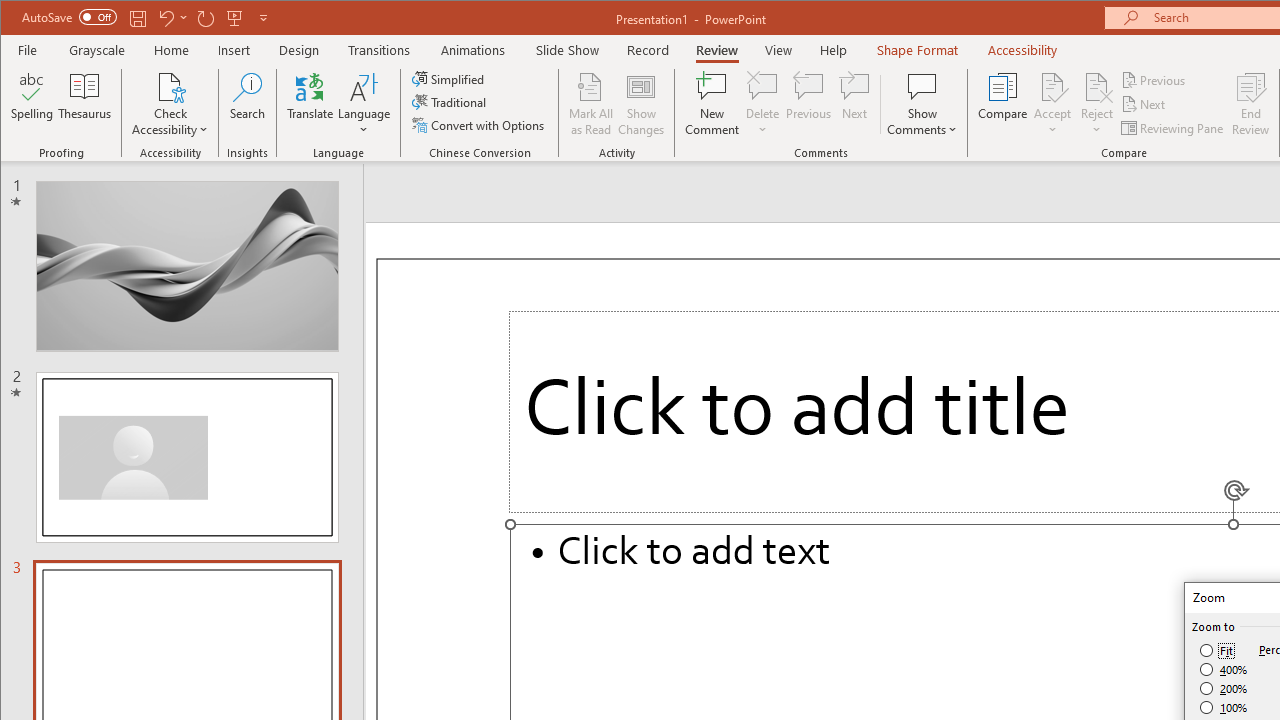 The image size is (1280, 720). Describe the element at coordinates (84, 104) in the screenshot. I see `'Thesaurus...'` at that location.